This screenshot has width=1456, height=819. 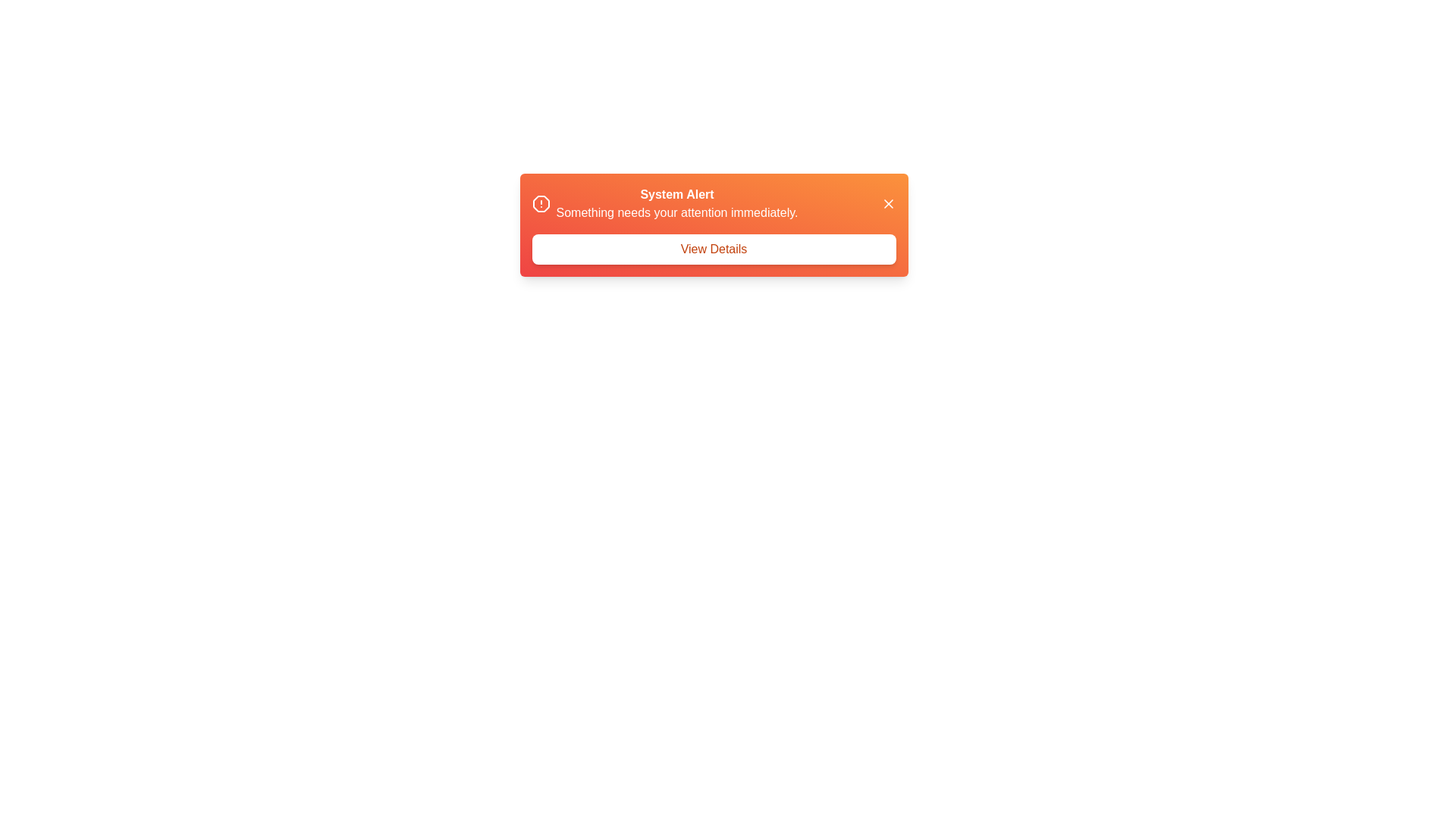 I want to click on the warning icon located at the top-left corner of the notification card titled 'System Alert', so click(x=541, y=203).